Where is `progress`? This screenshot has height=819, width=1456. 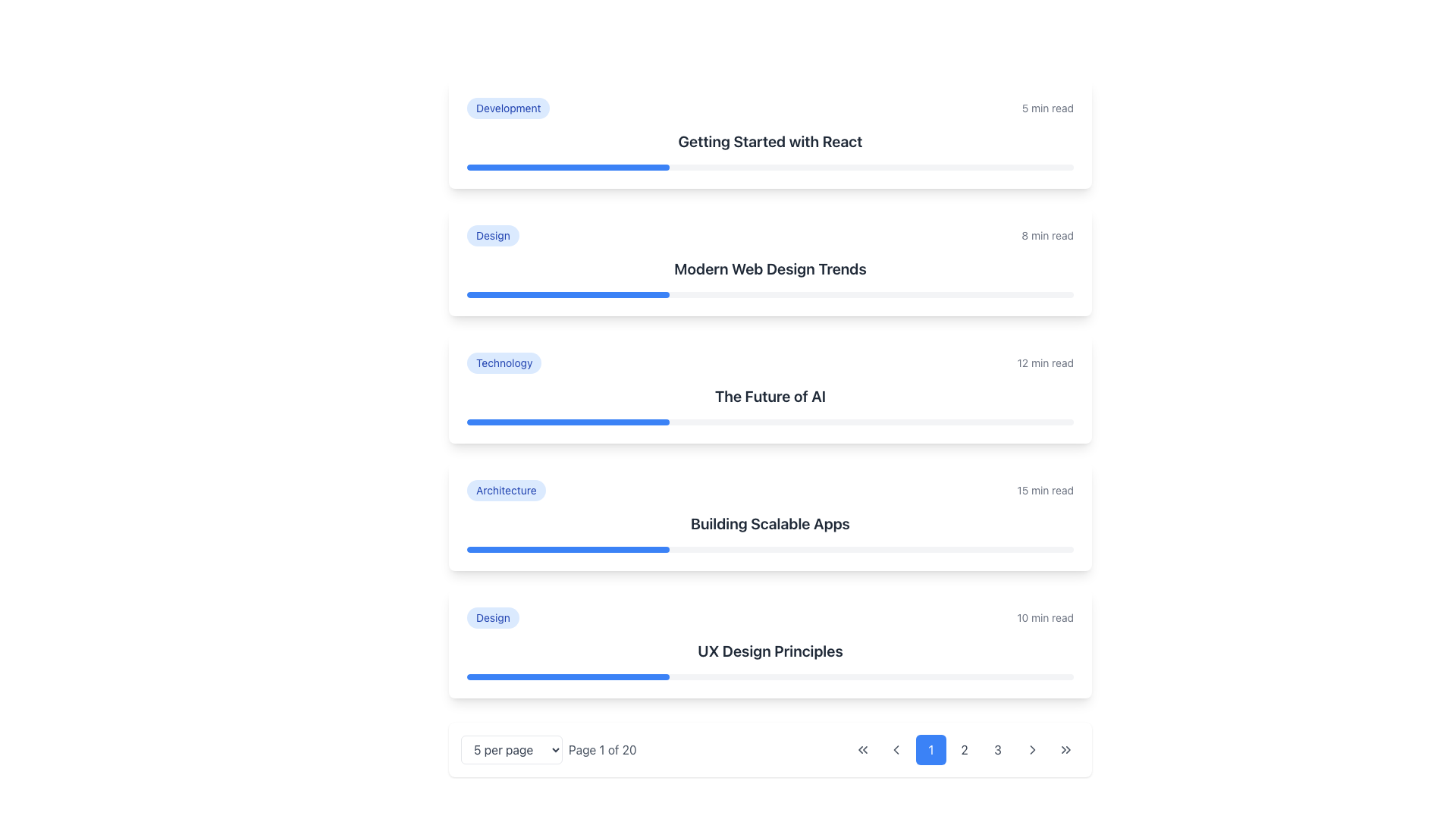
progress is located at coordinates (892, 295).